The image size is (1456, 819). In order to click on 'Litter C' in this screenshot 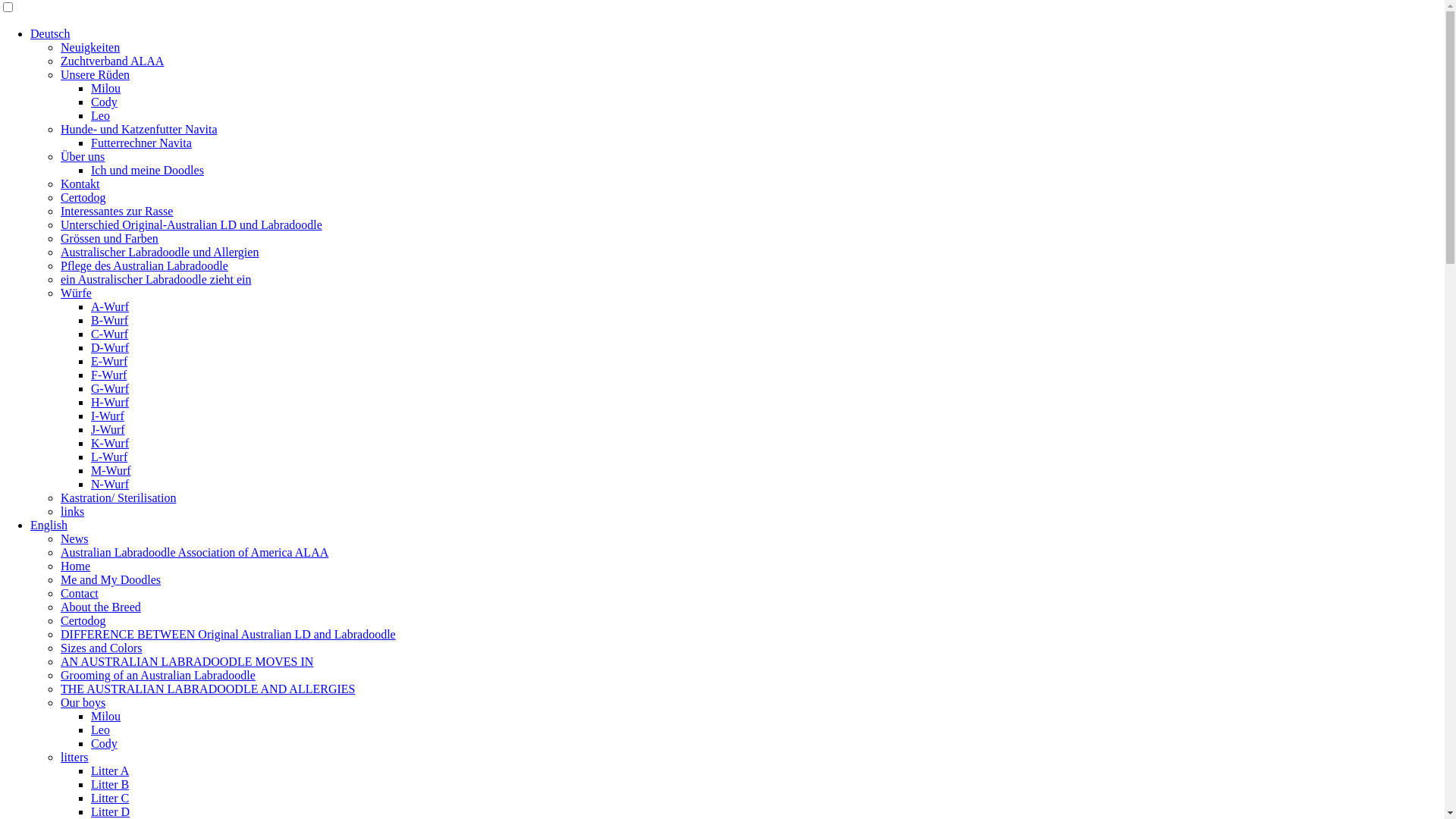, I will do `click(108, 797)`.